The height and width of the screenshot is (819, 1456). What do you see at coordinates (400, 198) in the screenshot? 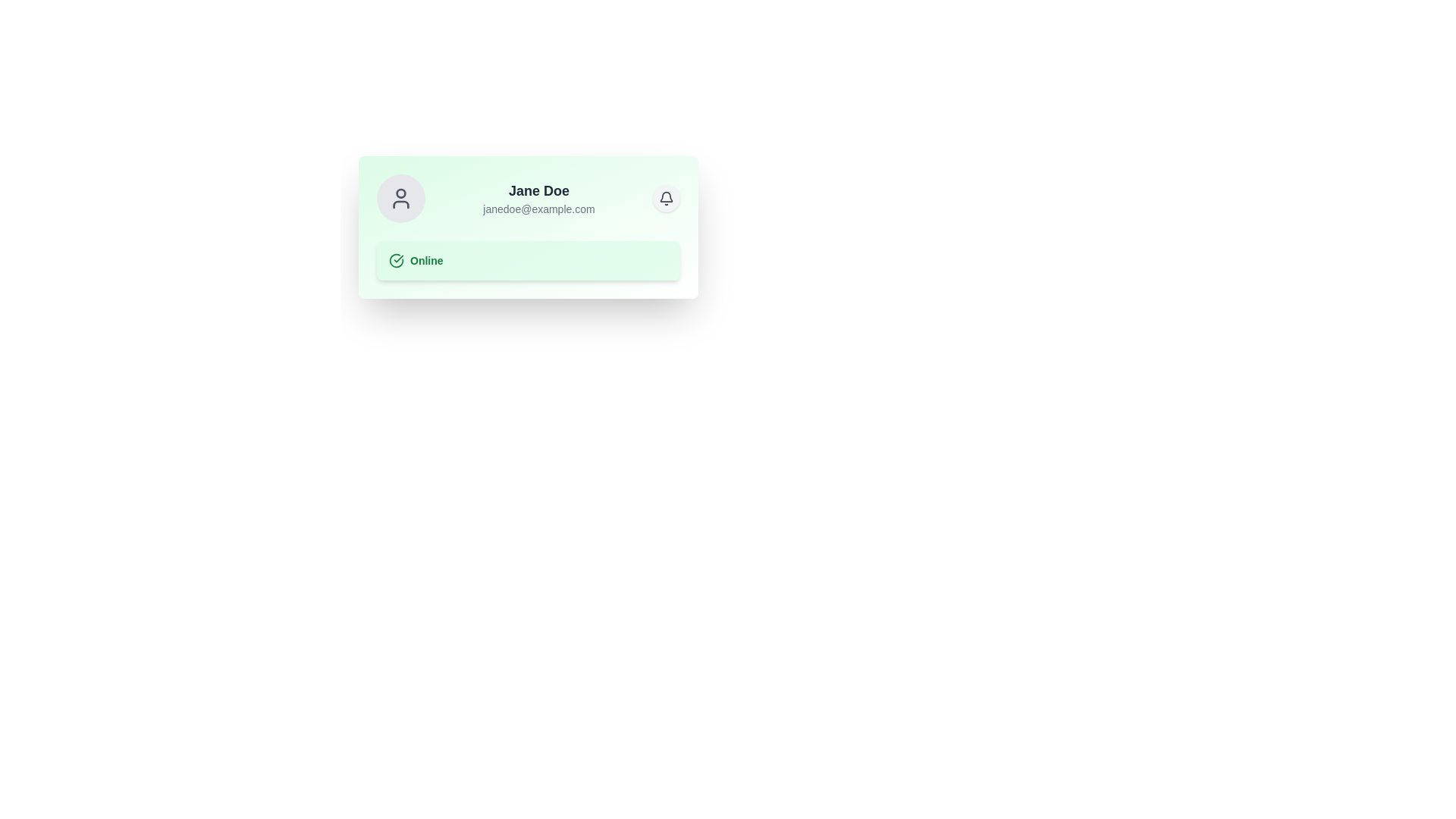
I see `the user icon, which is a dark gray outlined icon within a circular background located in the upper-left section of the user information card` at bounding box center [400, 198].